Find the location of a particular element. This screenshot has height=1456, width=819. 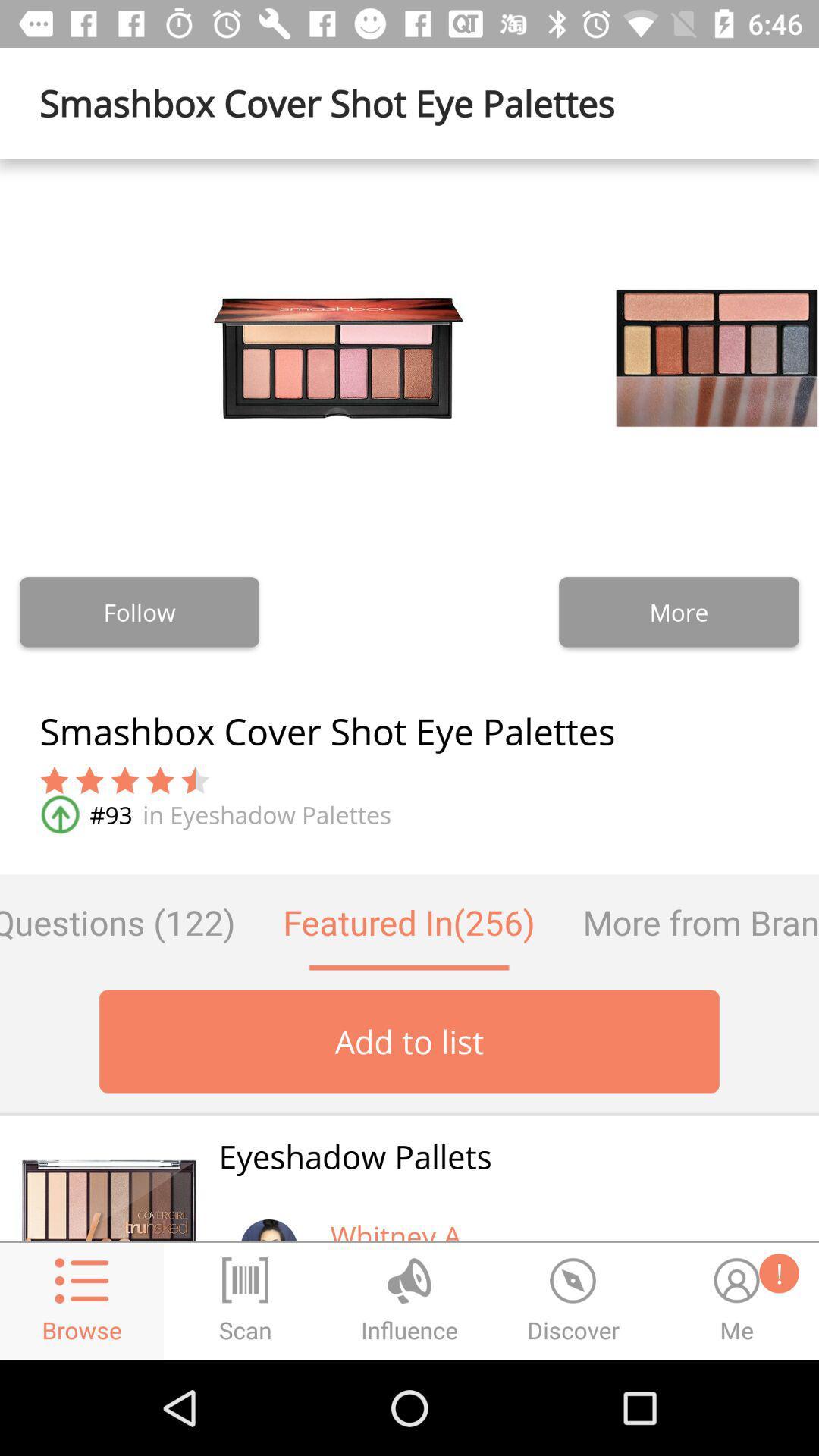

questions (122) icon is located at coordinates (128, 921).